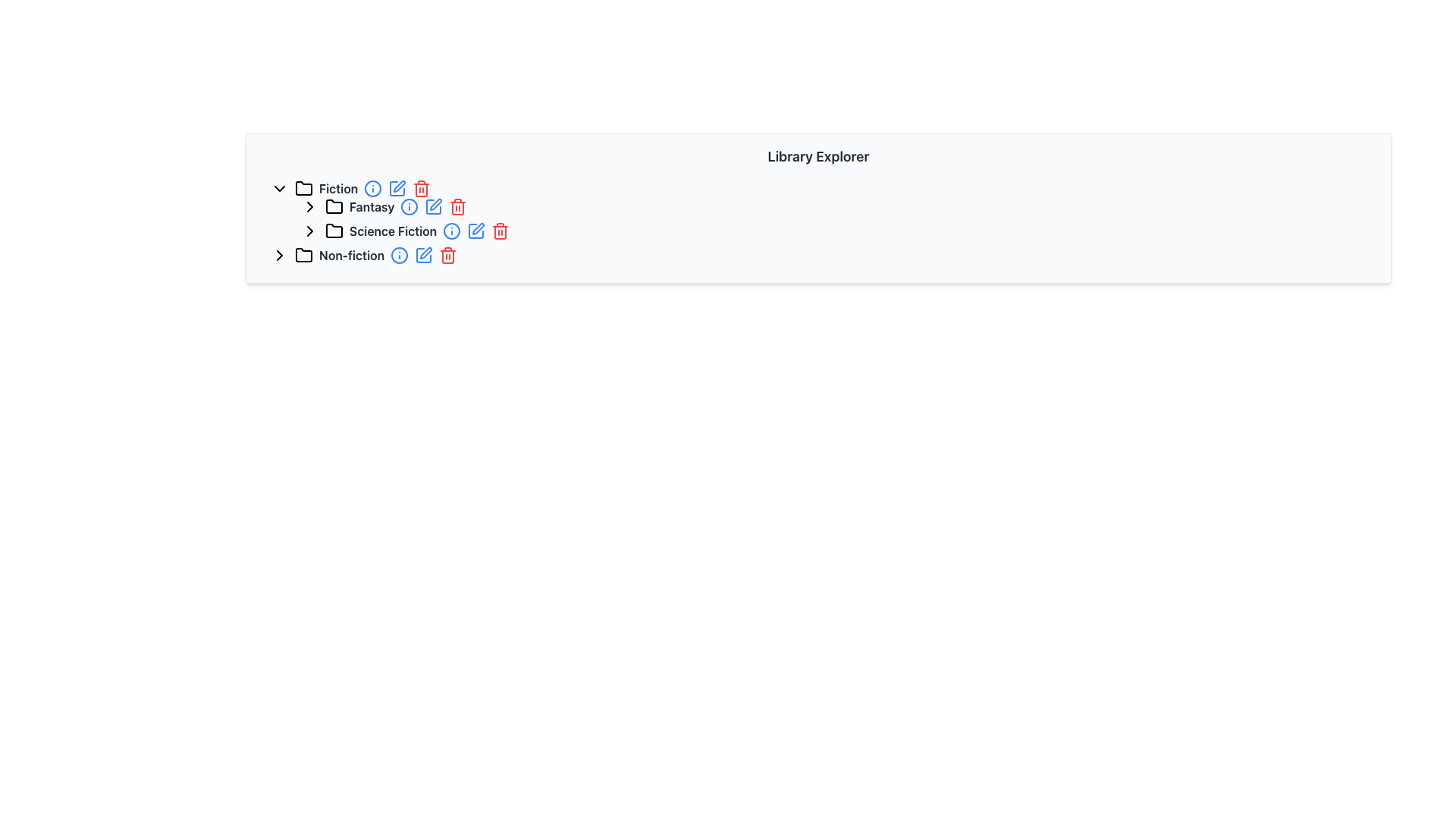  Describe the element at coordinates (457, 207) in the screenshot. I see `the red trash can icon button, which is the third icon from the left in the action icons group for the 'Fantasy' folder` at that location.